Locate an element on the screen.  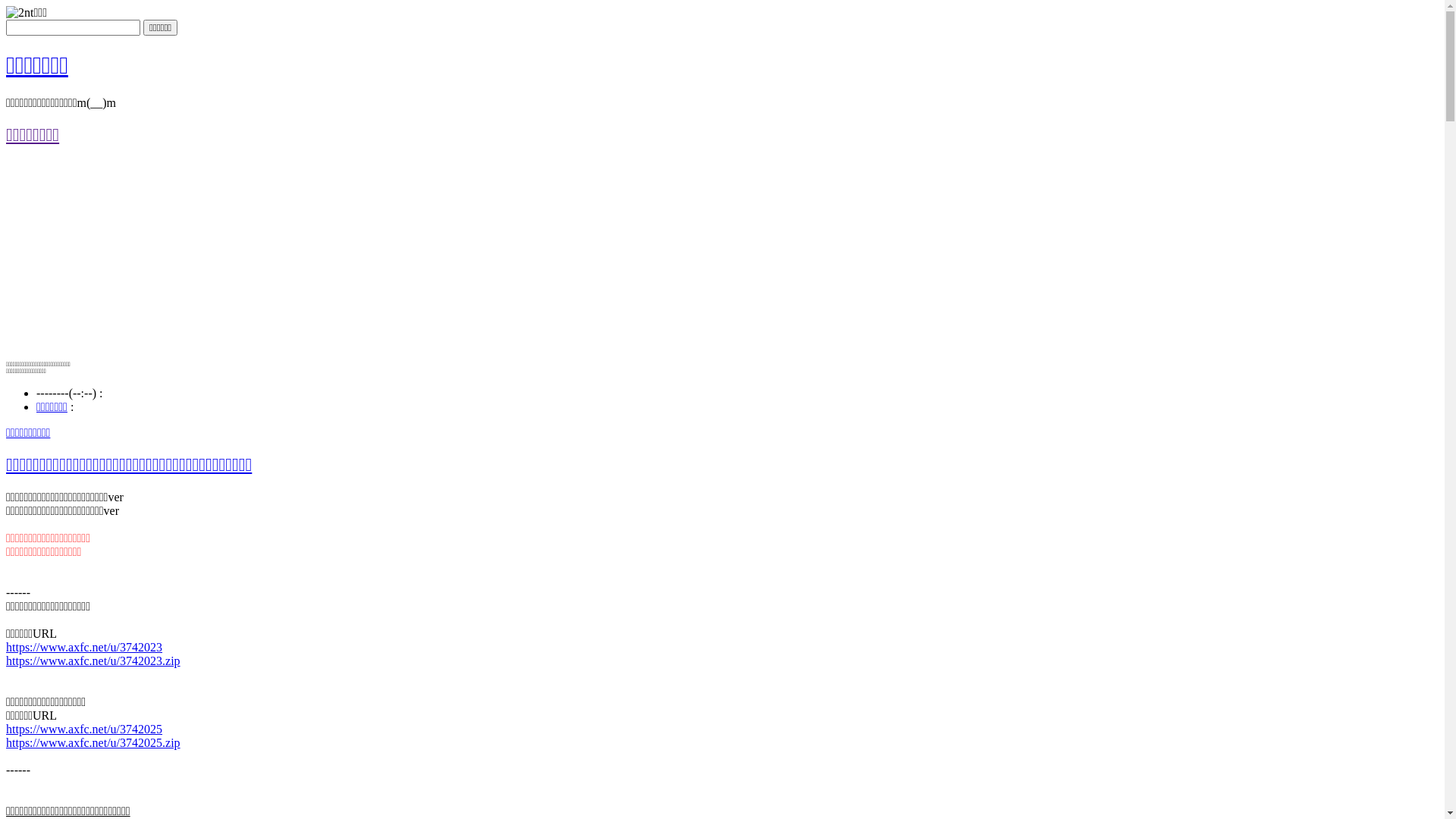
'https://www.axfc.net/u/3742025' is located at coordinates (83, 727).